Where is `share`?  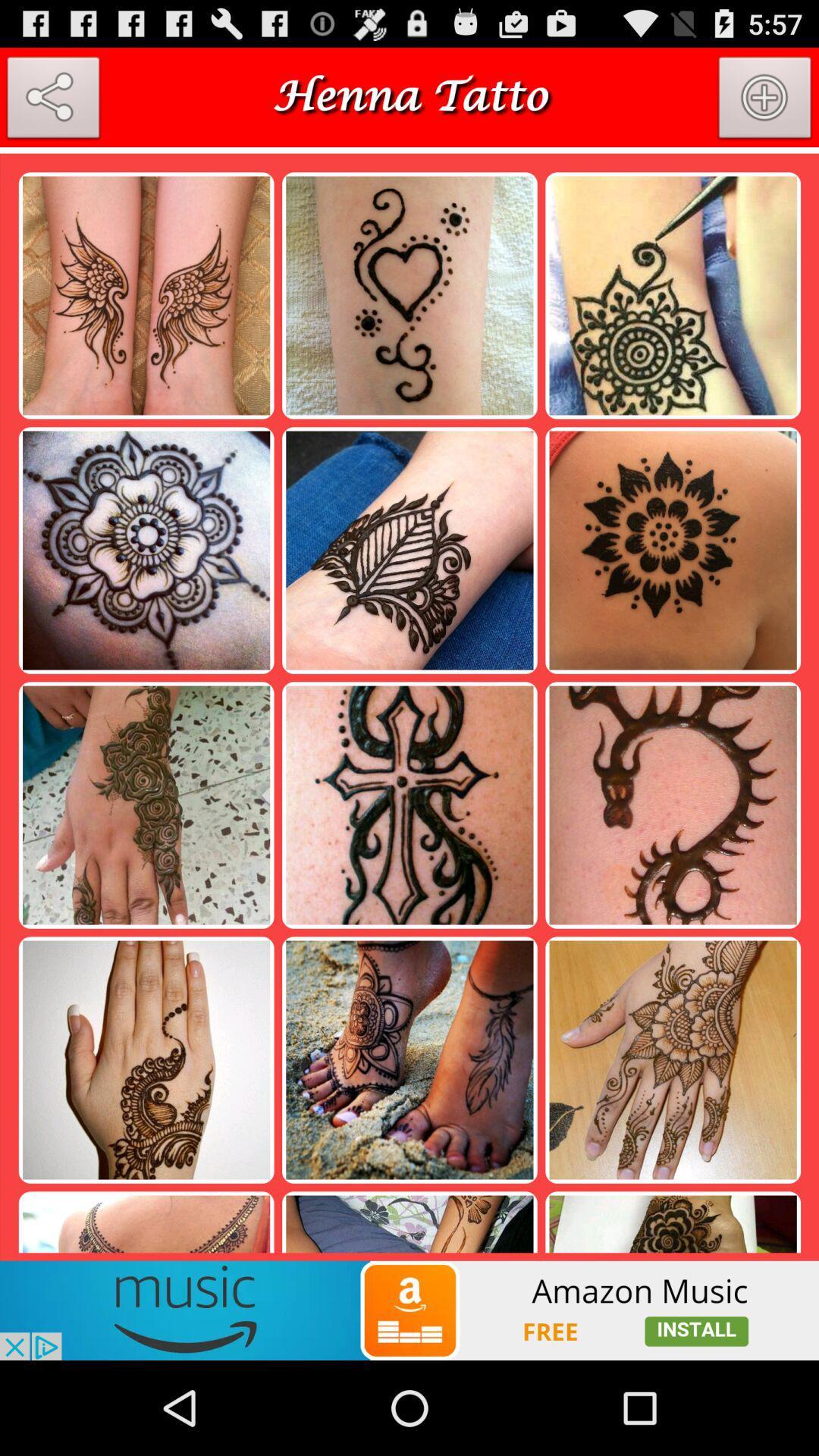 share is located at coordinates (52, 100).